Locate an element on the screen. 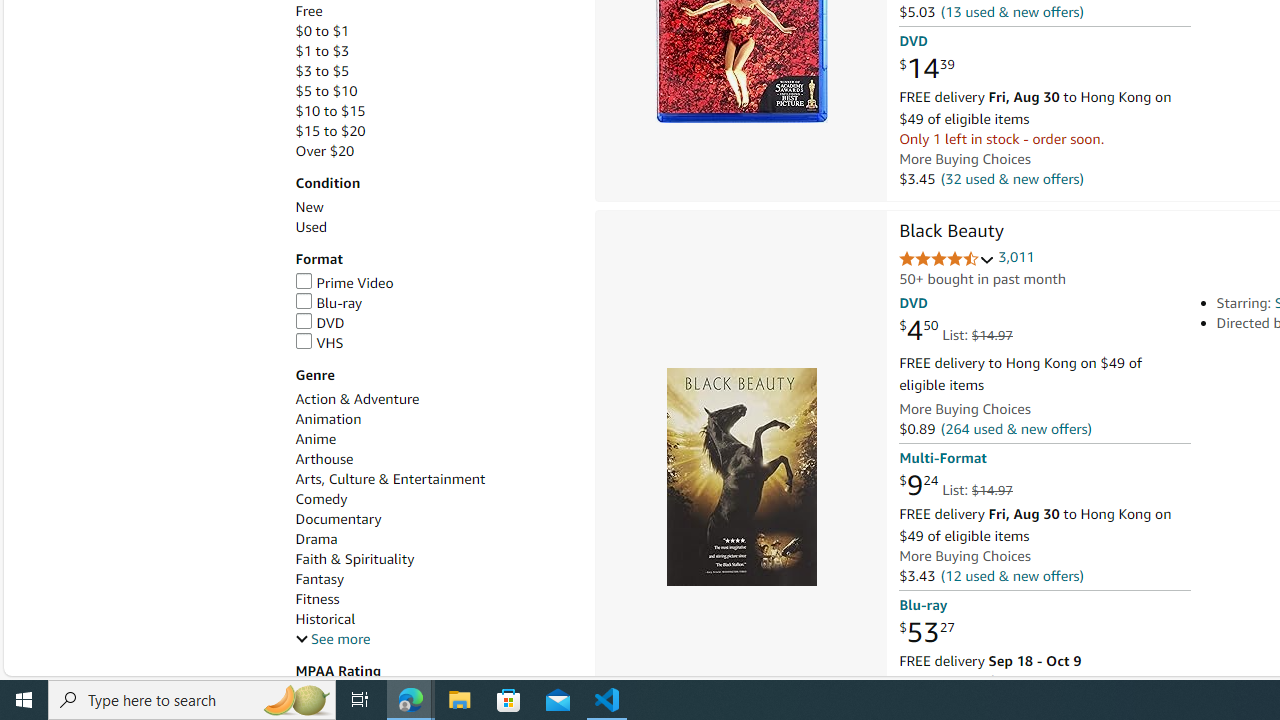  'Action & Adventure' is located at coordinates (357, 399).